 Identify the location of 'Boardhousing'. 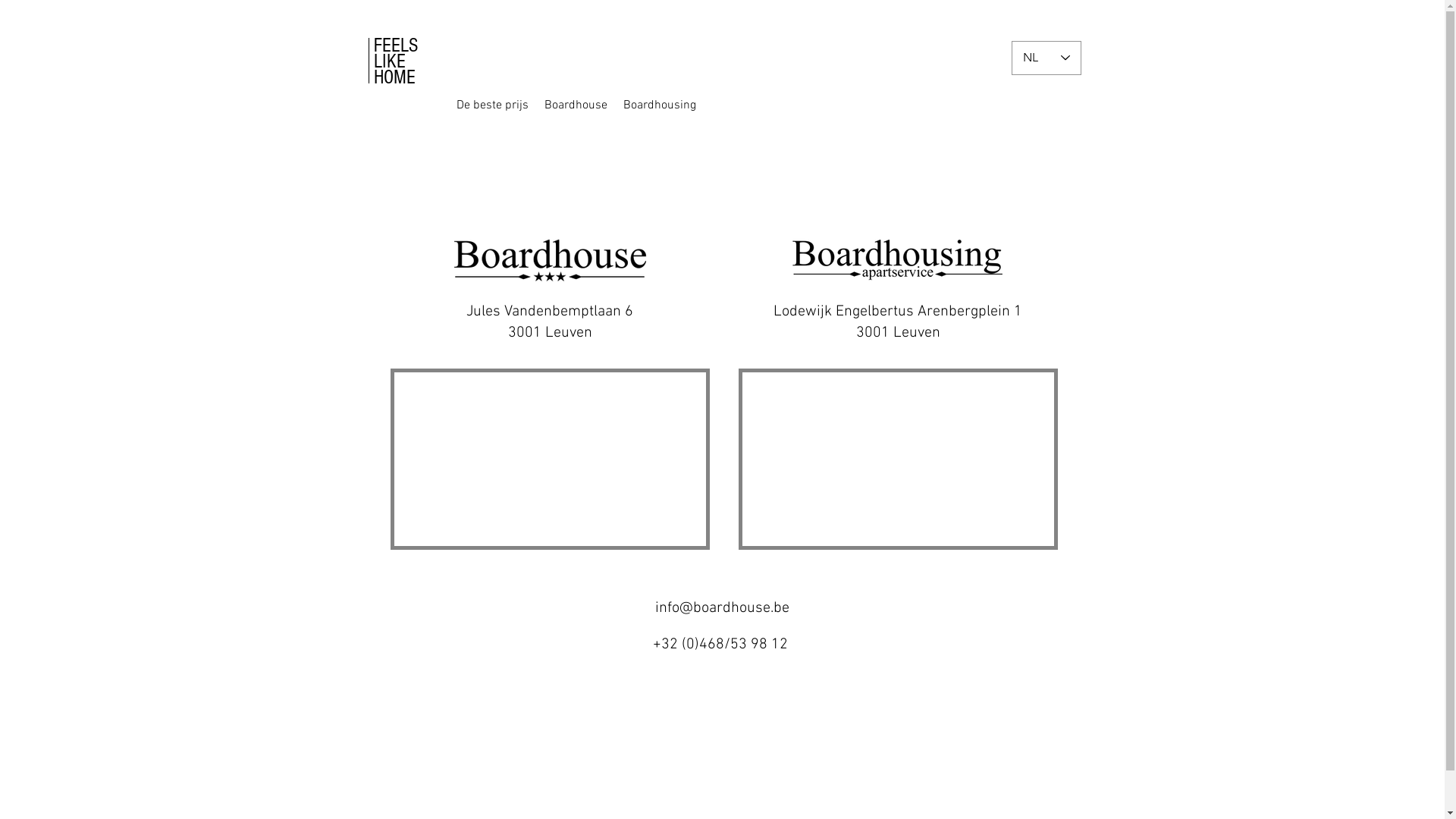
(675, 104).